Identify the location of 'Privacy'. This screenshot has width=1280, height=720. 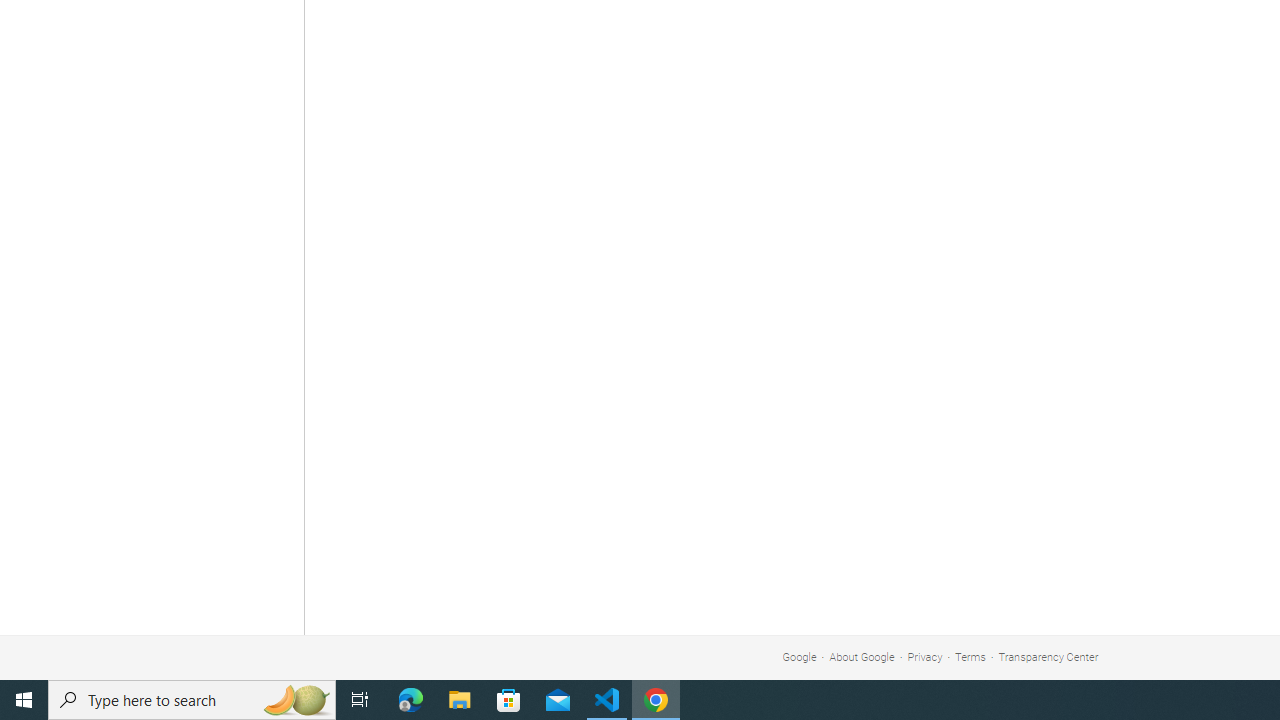
(924, 657).